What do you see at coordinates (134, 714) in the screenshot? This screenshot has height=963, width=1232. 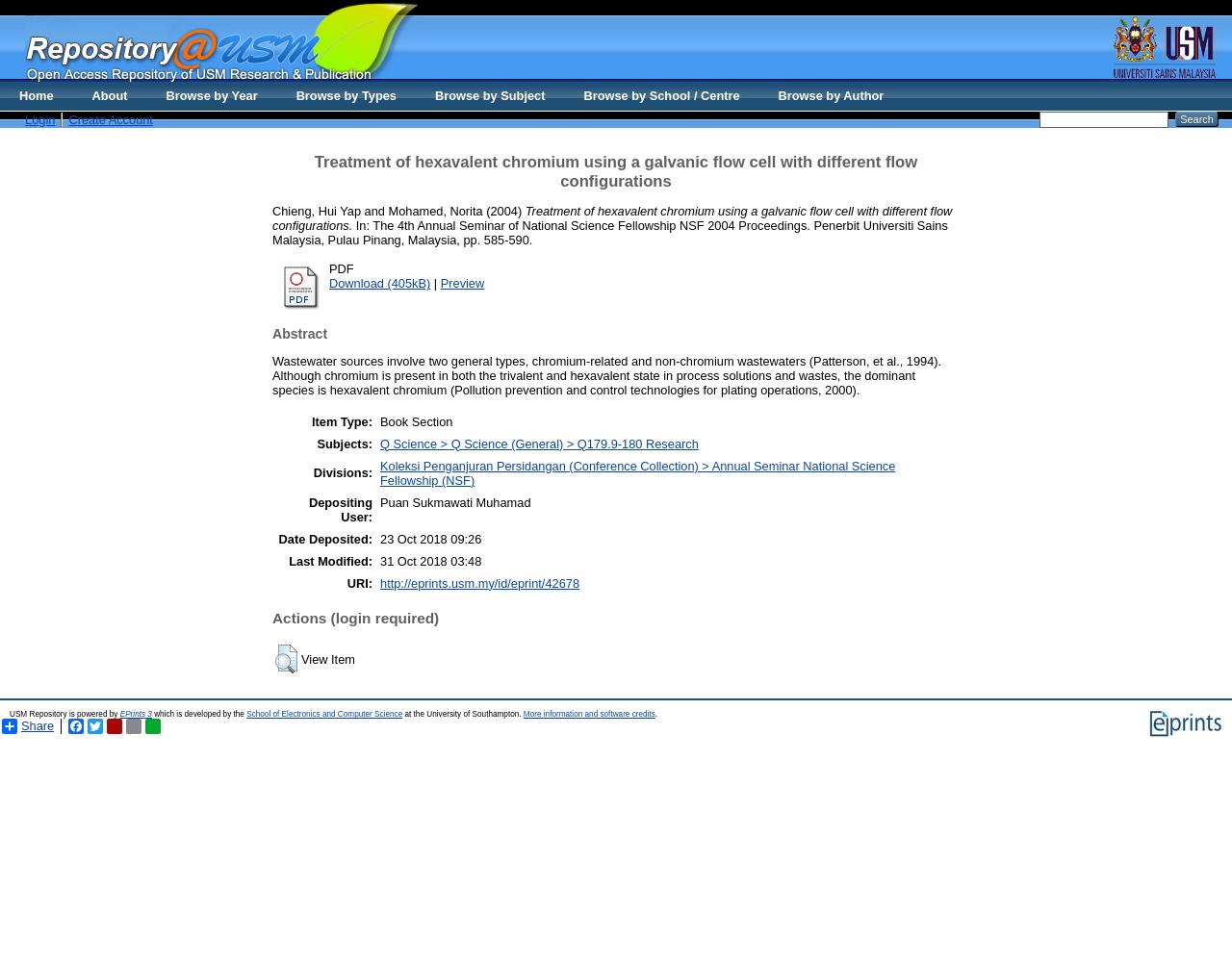 I see `'EPrints 3'` at bounding box center [134, 714].